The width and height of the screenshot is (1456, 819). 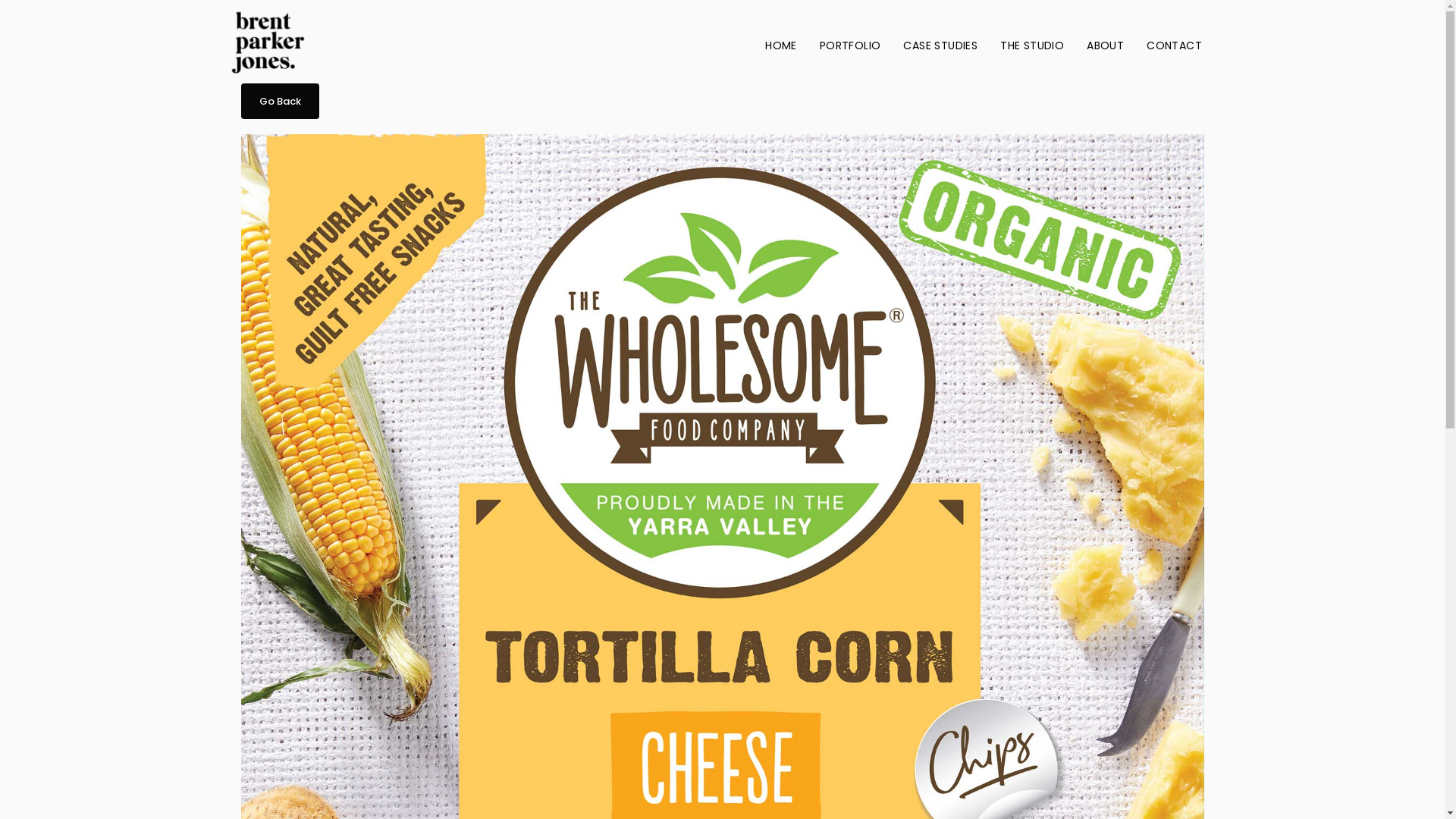 I want to click on 'Go Back', so click(x=280, y=101).